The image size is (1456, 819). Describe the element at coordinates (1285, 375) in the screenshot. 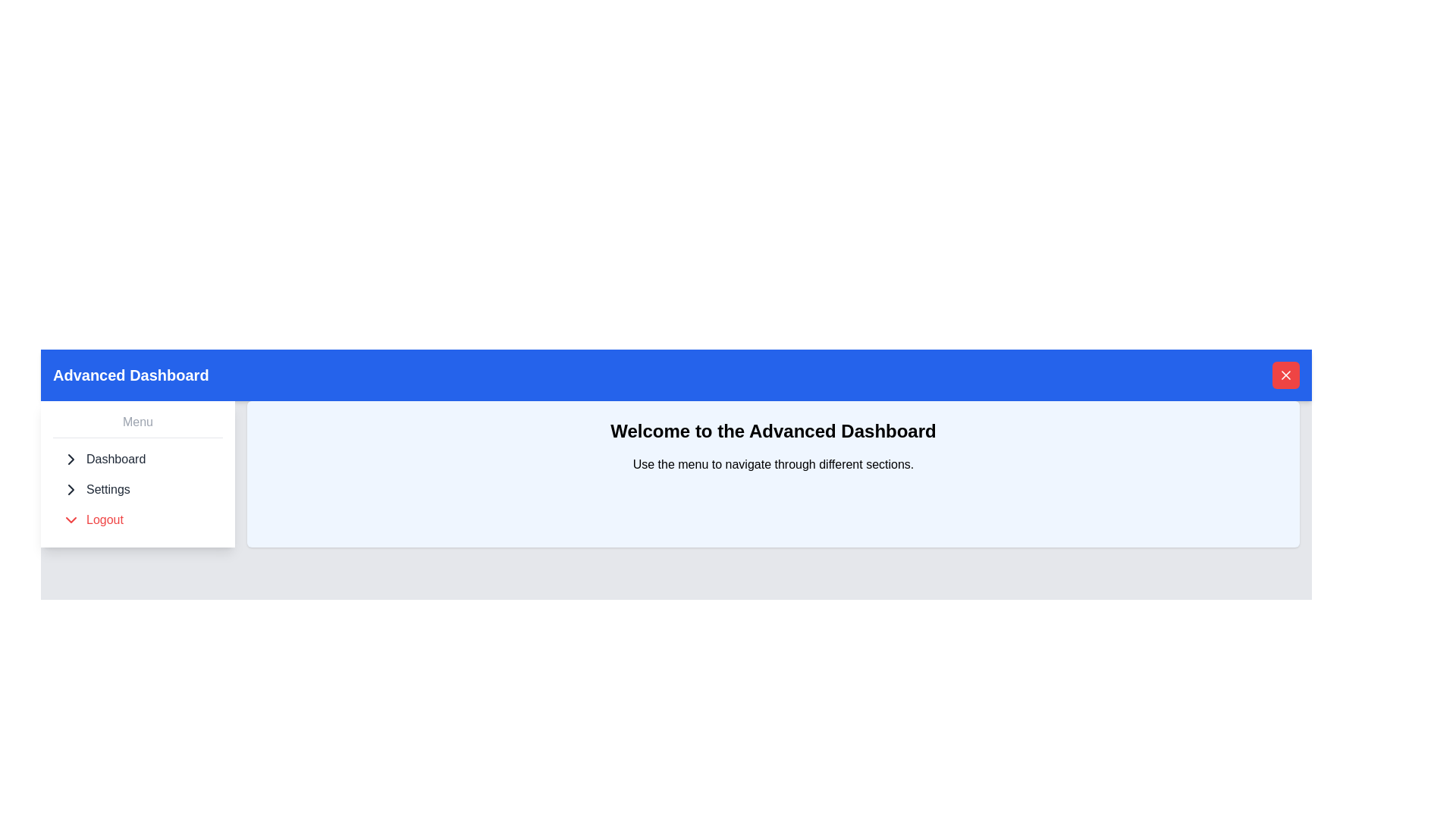

I see `the close button located in the top-right corner of the header section, visually styled as a red icon button, to trigger hover-specific visual effects` at that location.